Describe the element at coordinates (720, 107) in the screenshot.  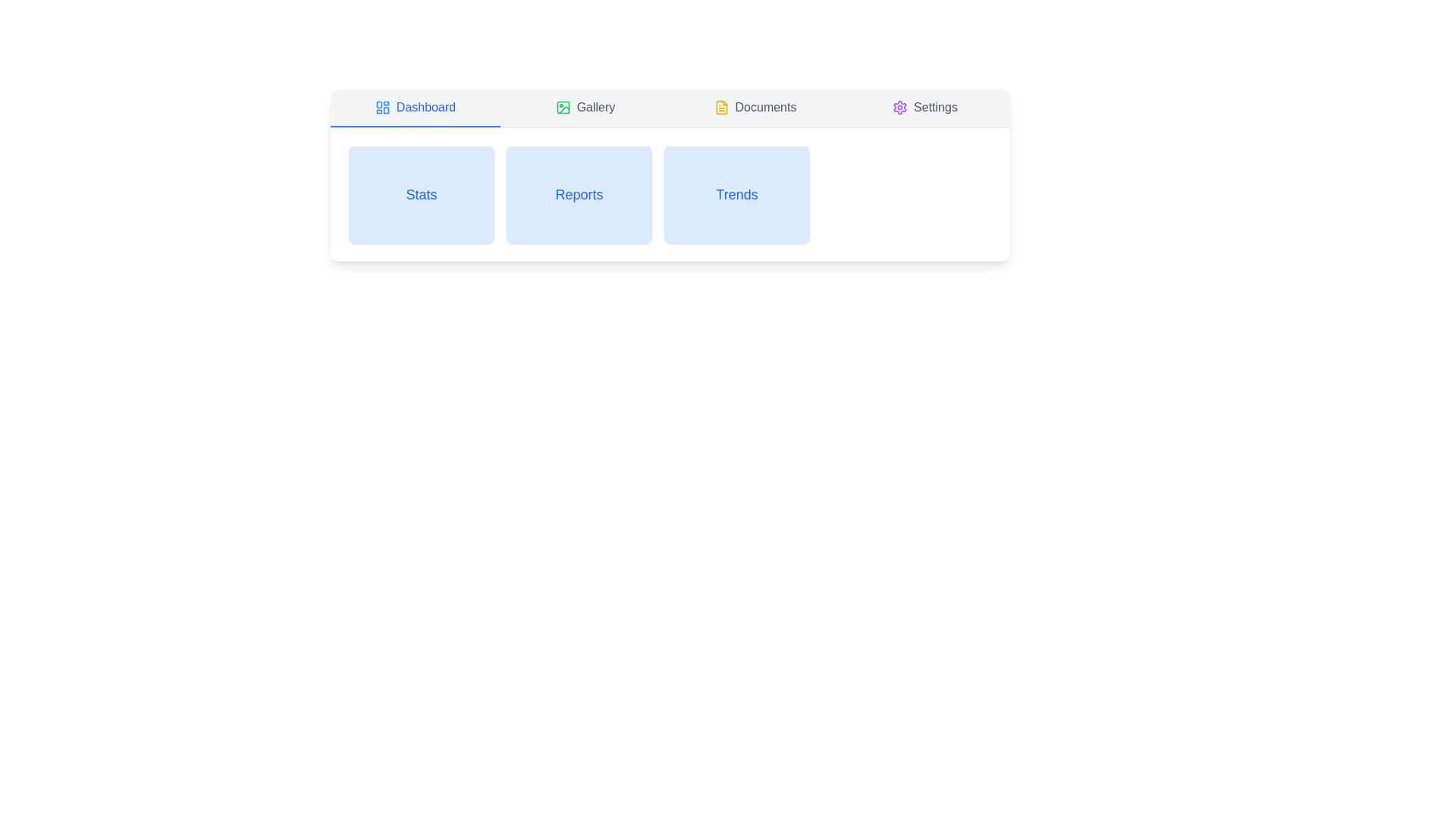
I see `the 'Documents' icon located in the navigation bar, which is the third icon from the left` at that location.